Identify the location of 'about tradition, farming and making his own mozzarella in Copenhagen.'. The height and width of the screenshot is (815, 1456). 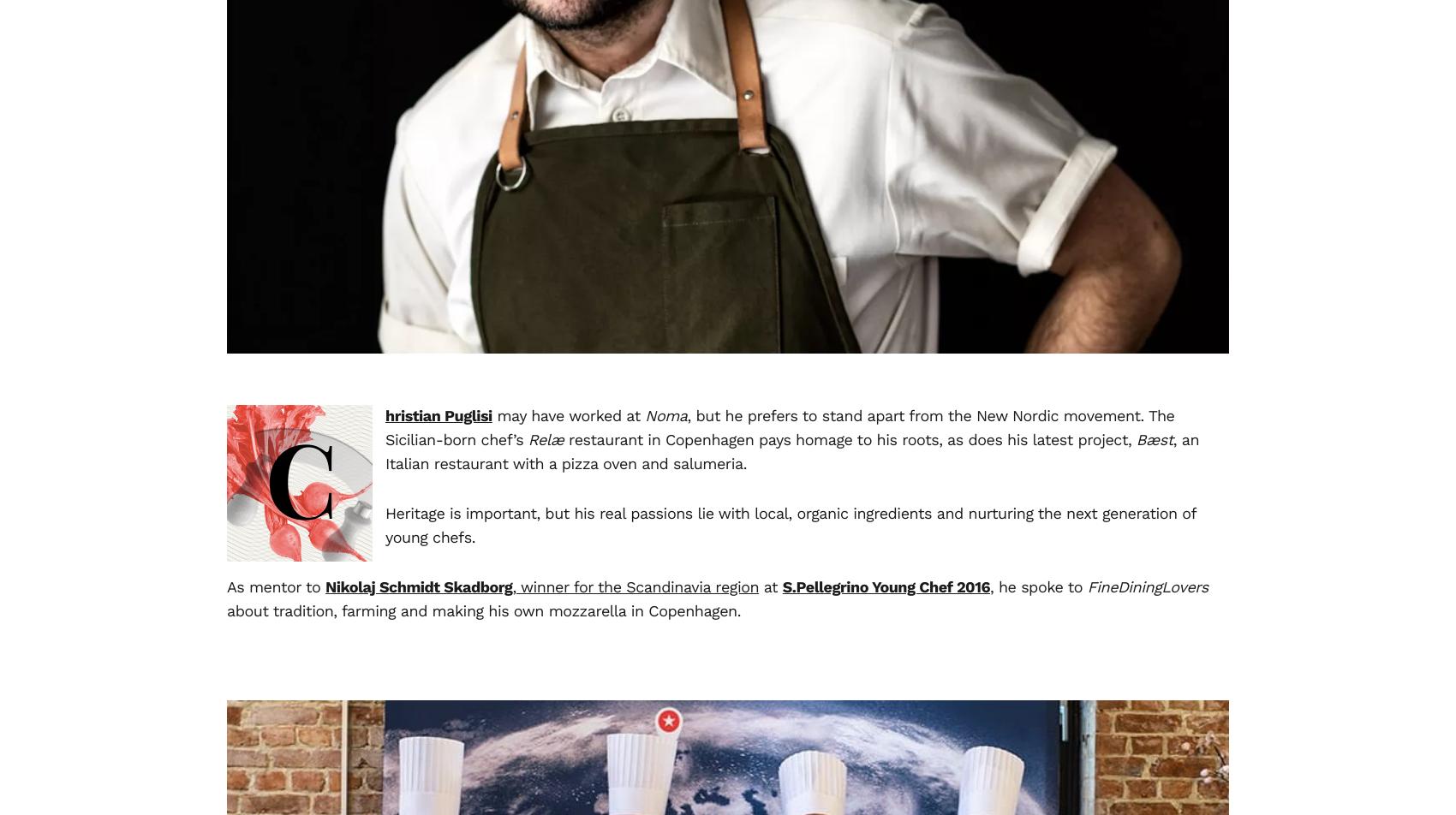
(483, 611).